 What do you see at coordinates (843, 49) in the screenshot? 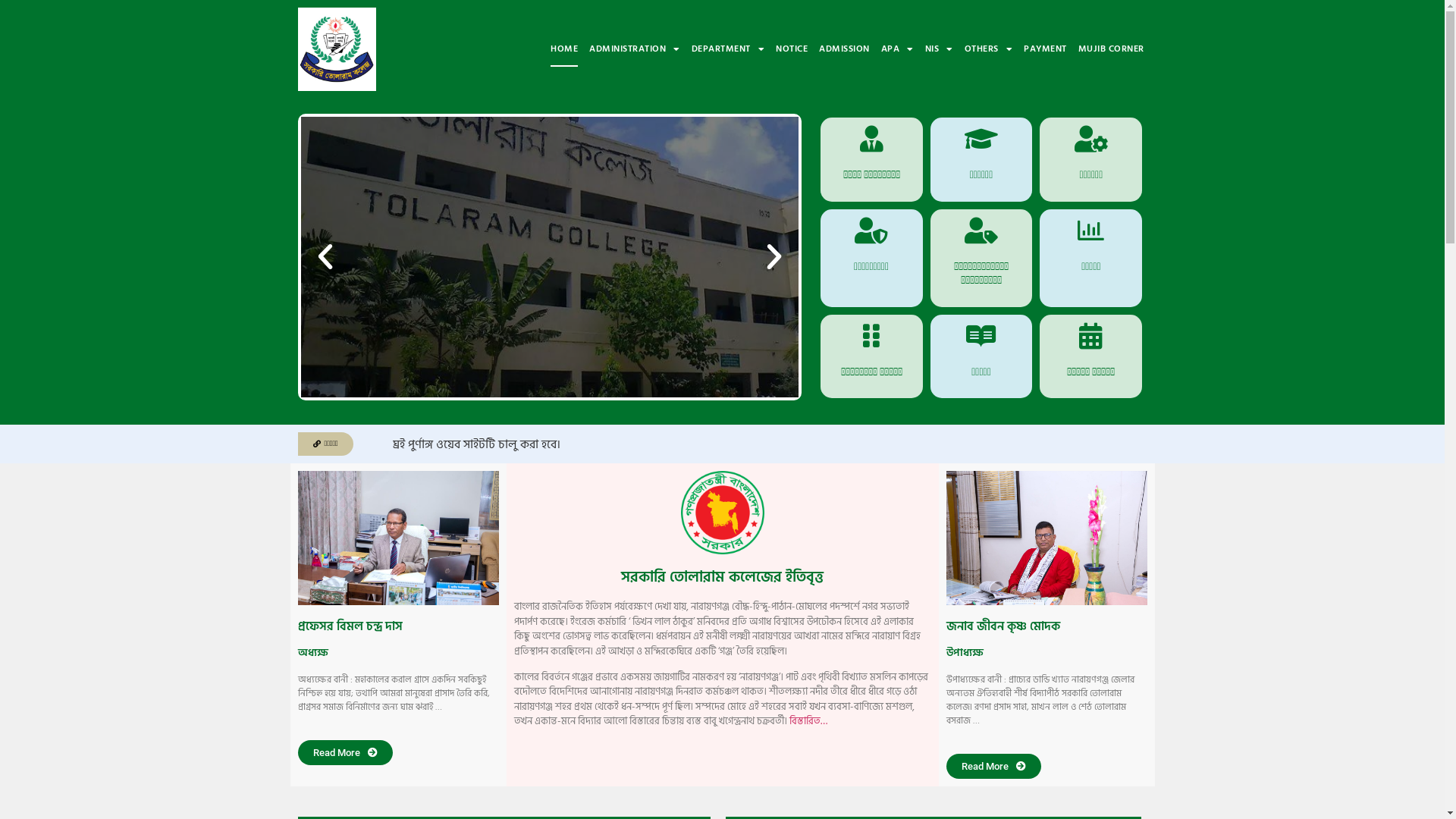
I see `'ADMISSION'` at bounding box center [843, 49].